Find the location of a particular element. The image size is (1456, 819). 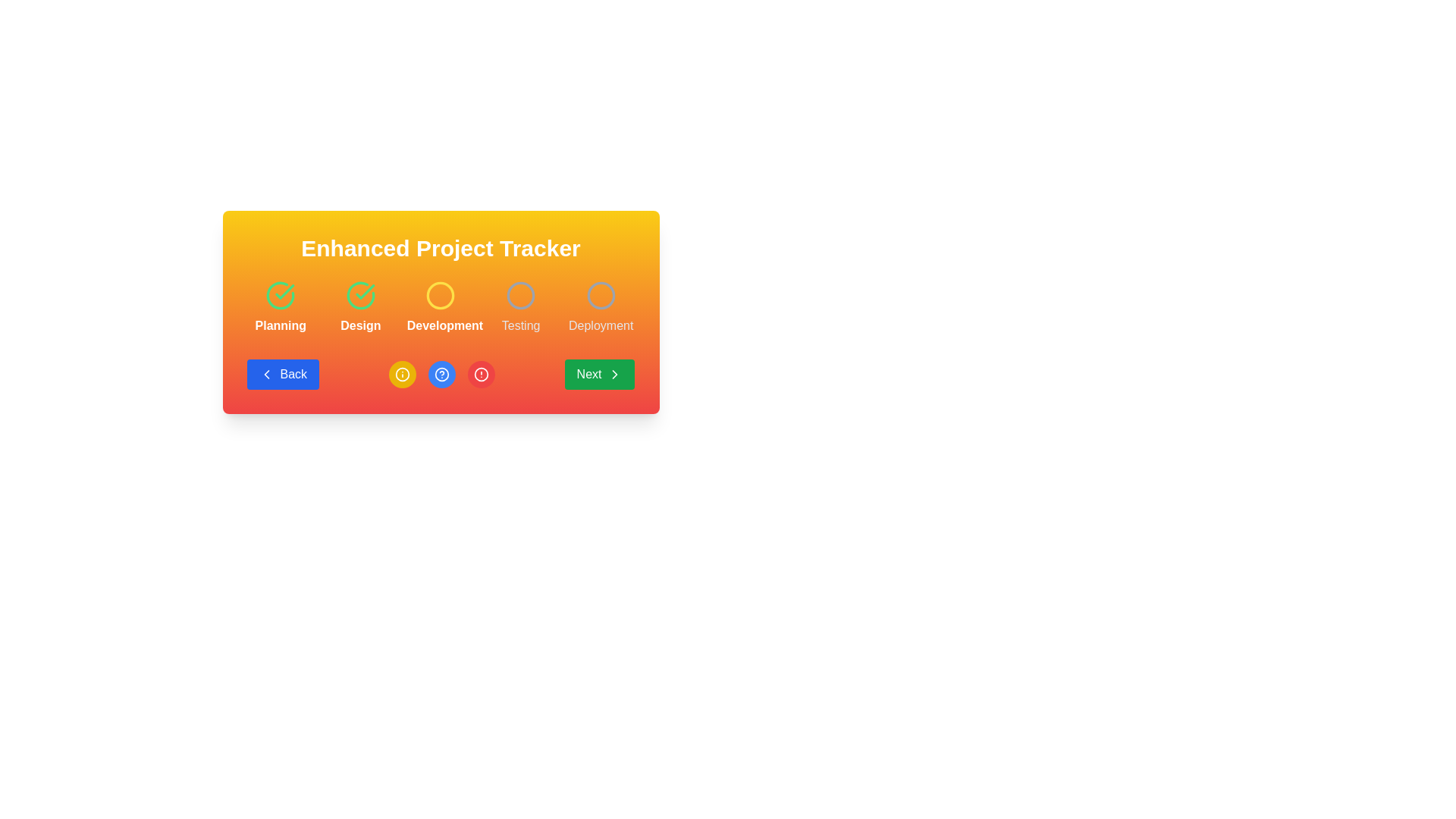

the 'Back' button with a blue background and rounded corners, located on the leftmost side under 'Enhanced Project Tracker' is located at coordinates (283, 374).